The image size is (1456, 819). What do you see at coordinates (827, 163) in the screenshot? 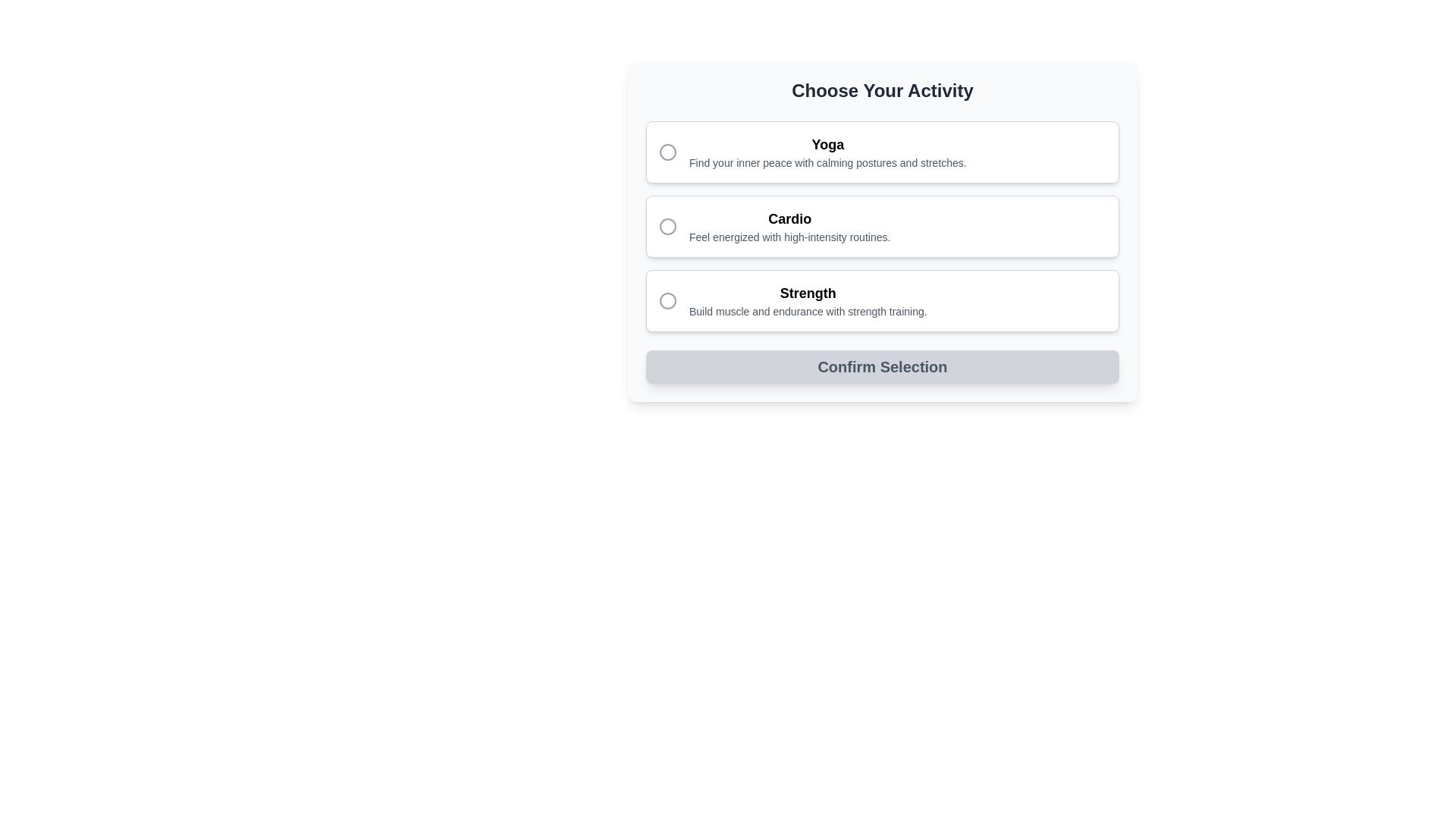
I see `the static text element that reads 'Find your inner peace with calming postures and stretches.' which is located directly beneath the 'Yoga' title` at bounding box center [827, 163].